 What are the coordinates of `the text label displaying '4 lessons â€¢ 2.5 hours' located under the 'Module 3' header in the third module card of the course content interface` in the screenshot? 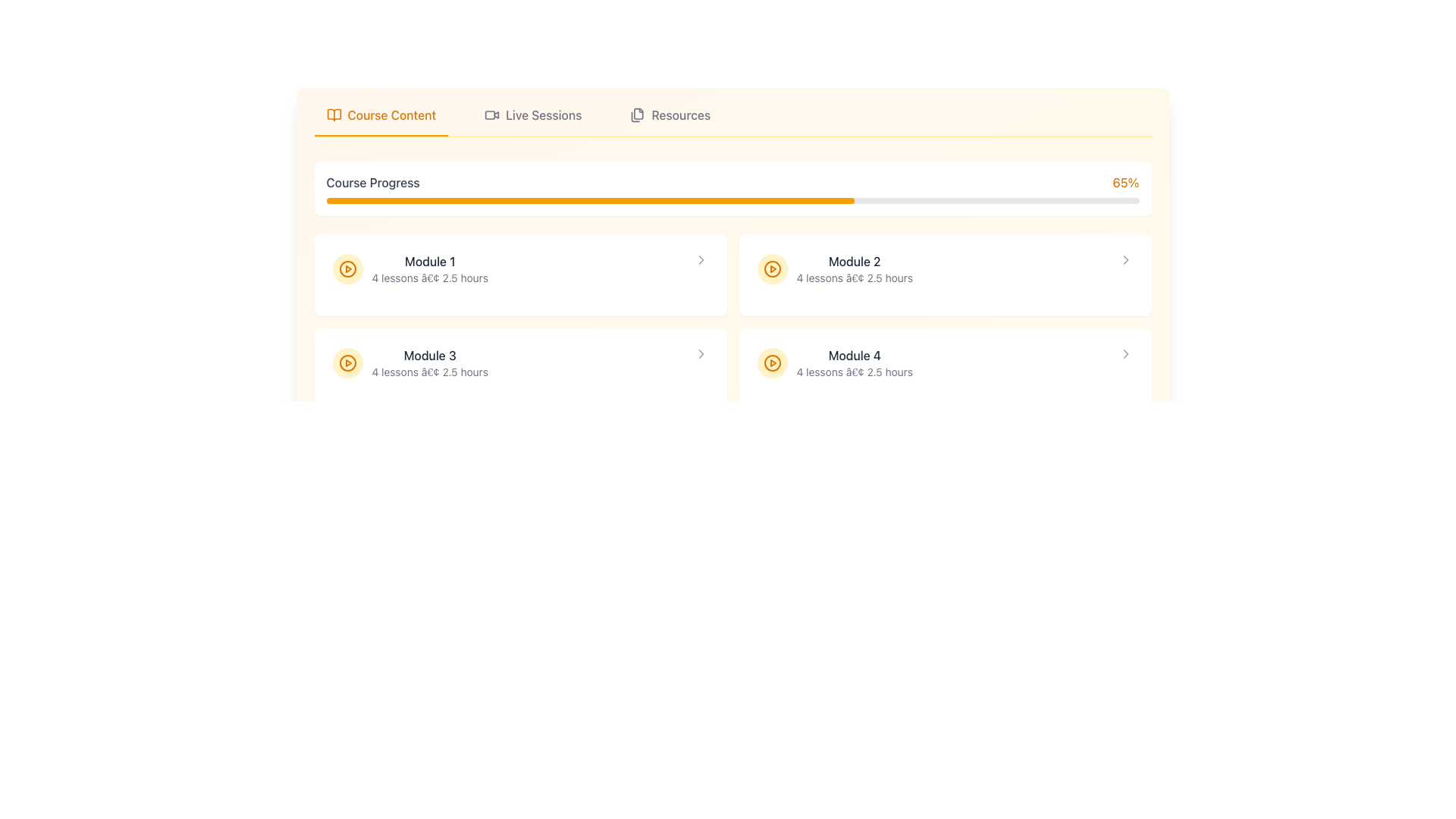 It's located at (429, 372).